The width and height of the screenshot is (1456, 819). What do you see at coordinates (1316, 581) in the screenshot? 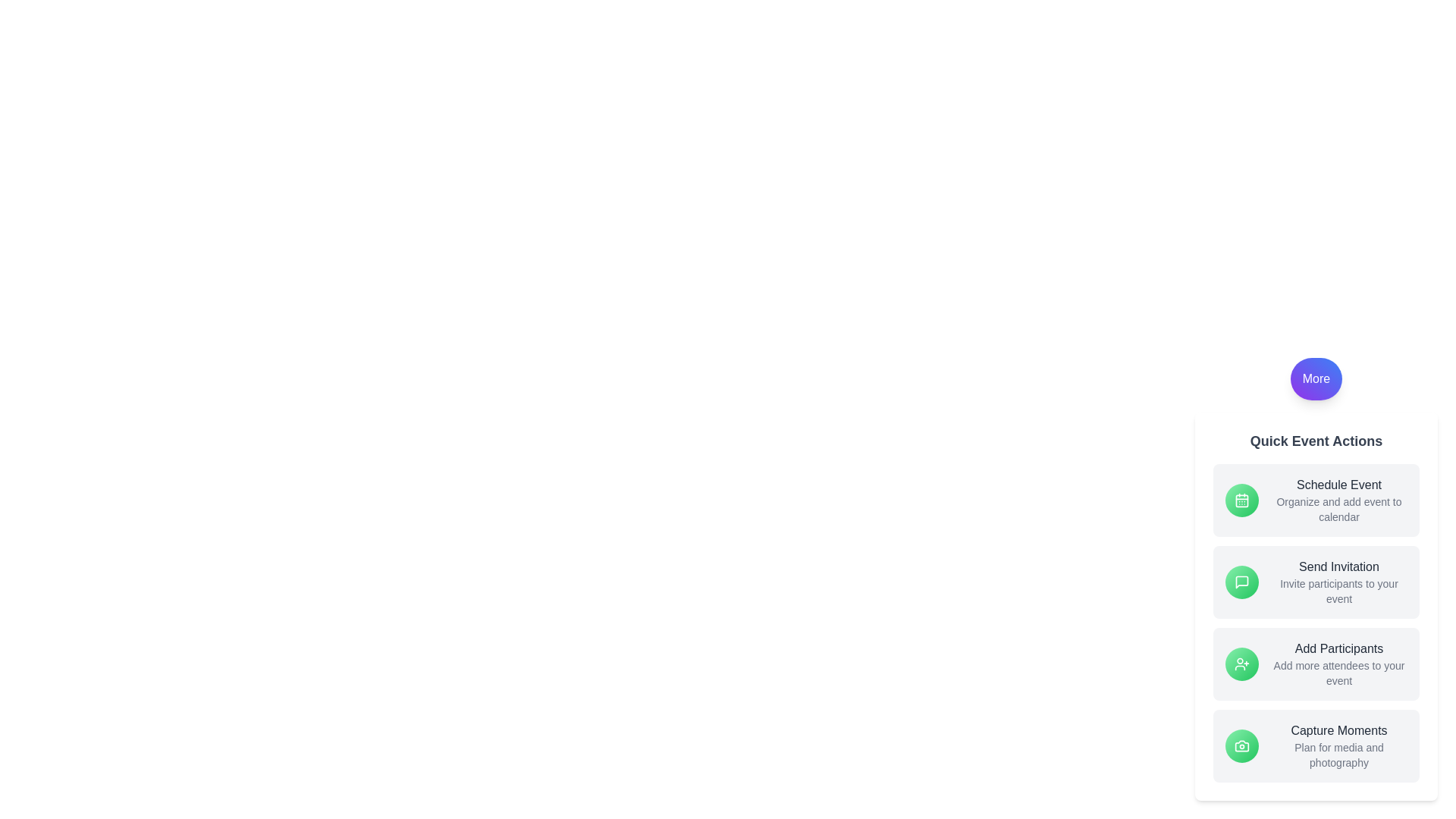
I see `the 'Send Invitation' action` at bounding box center [1316, 581].